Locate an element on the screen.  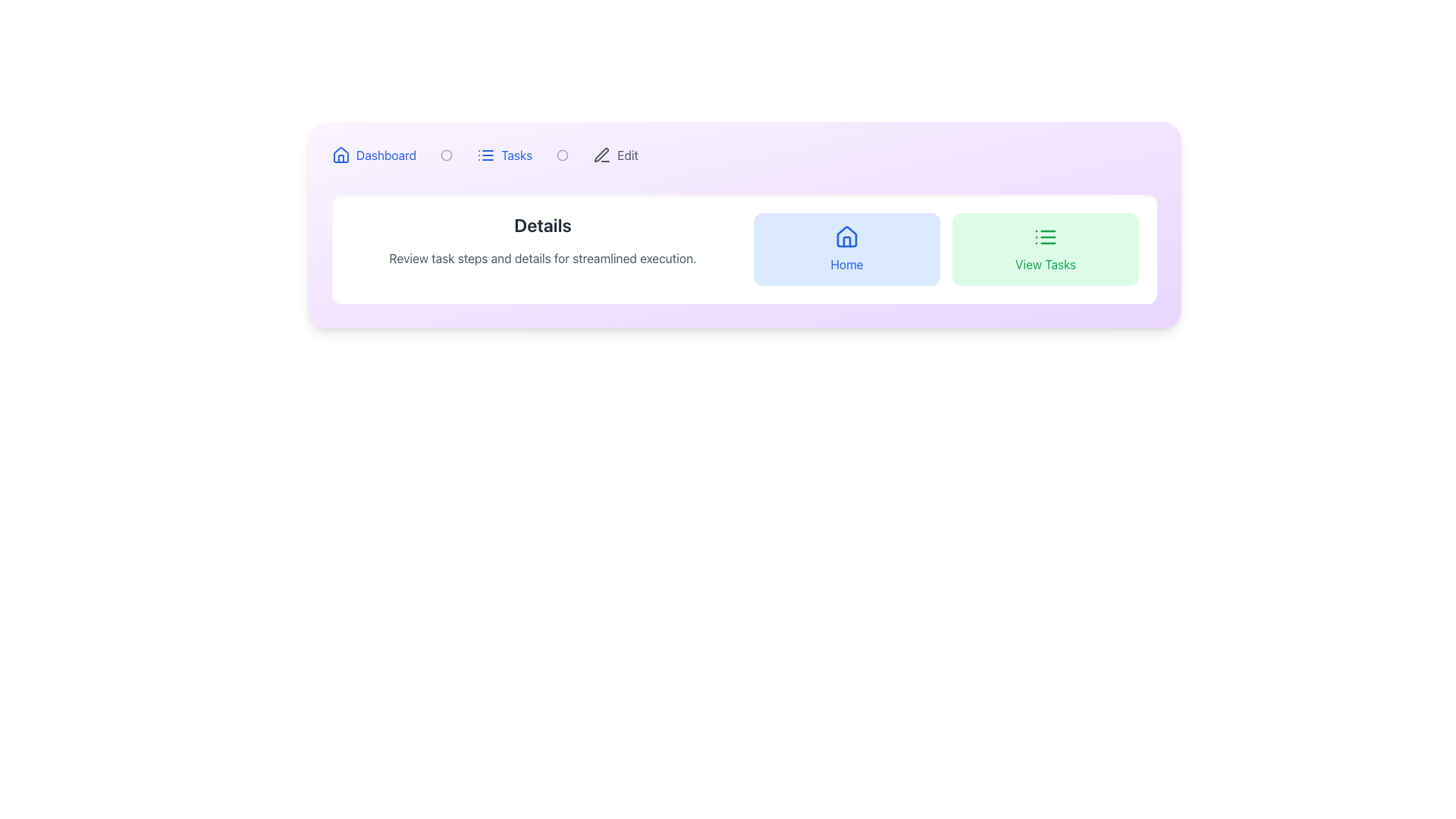
the interactive toggle button represented by the Circle located in the navigation bar between 'Dashboard' and 'Tasks' is located at coordinates (446, 155).